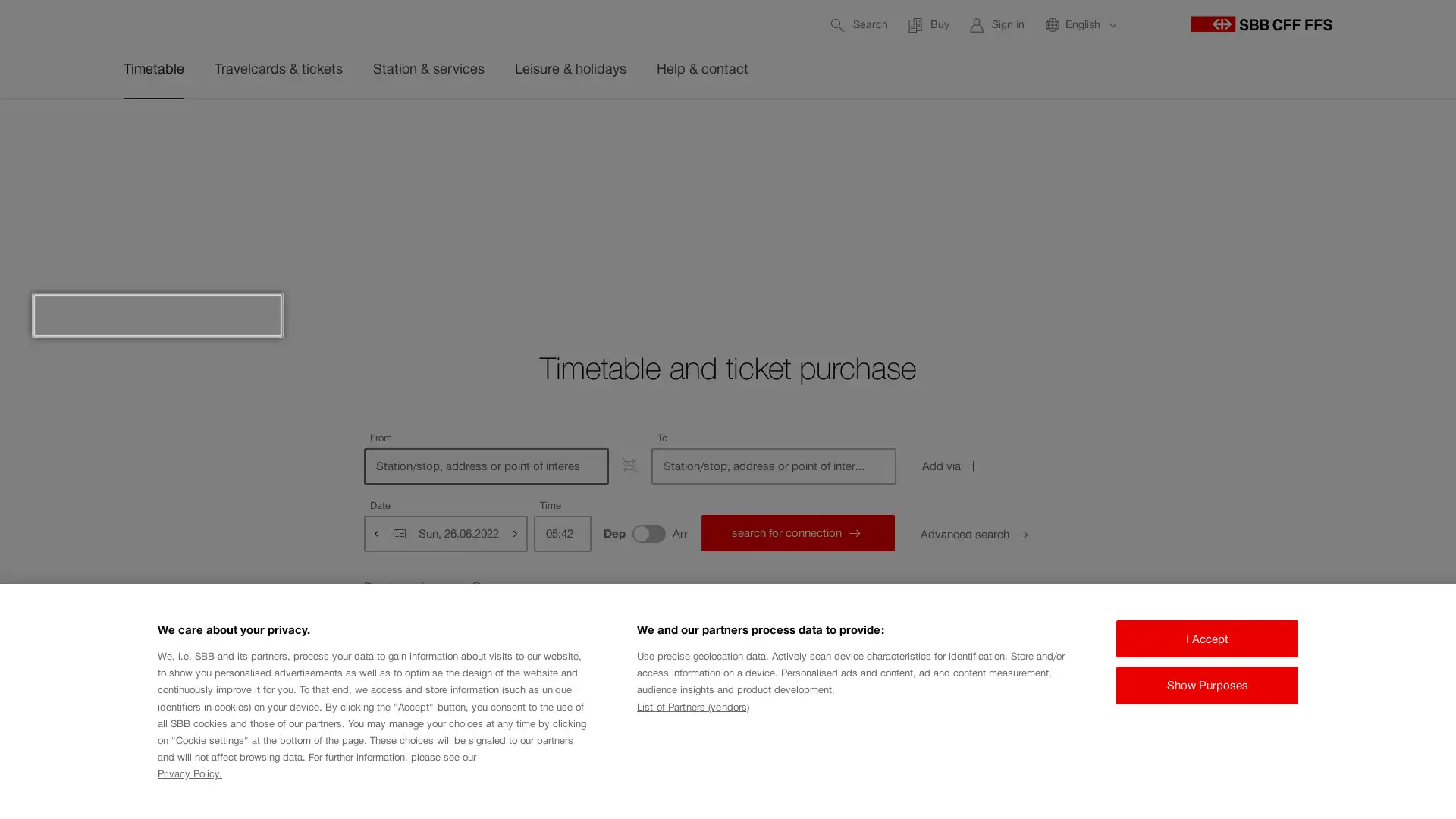 The width and height of the screenshot is (1456, 819). Describe the element at coordinates (1350, 133) in the screenshot. I see `Close active menu item Travelcards & tickets.` at that location.